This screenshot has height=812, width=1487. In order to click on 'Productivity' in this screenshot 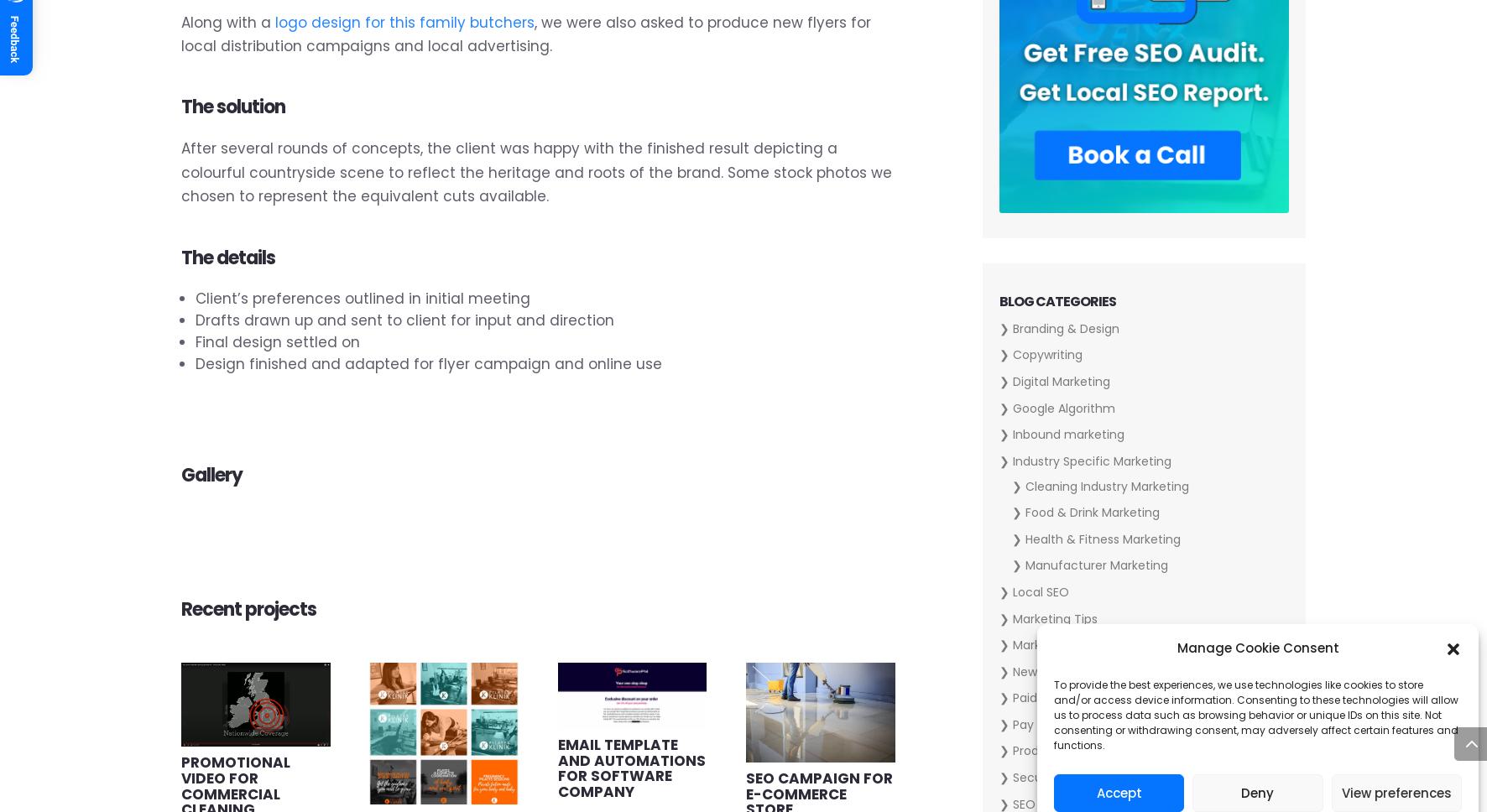, I will do `click(1046, 751)`.